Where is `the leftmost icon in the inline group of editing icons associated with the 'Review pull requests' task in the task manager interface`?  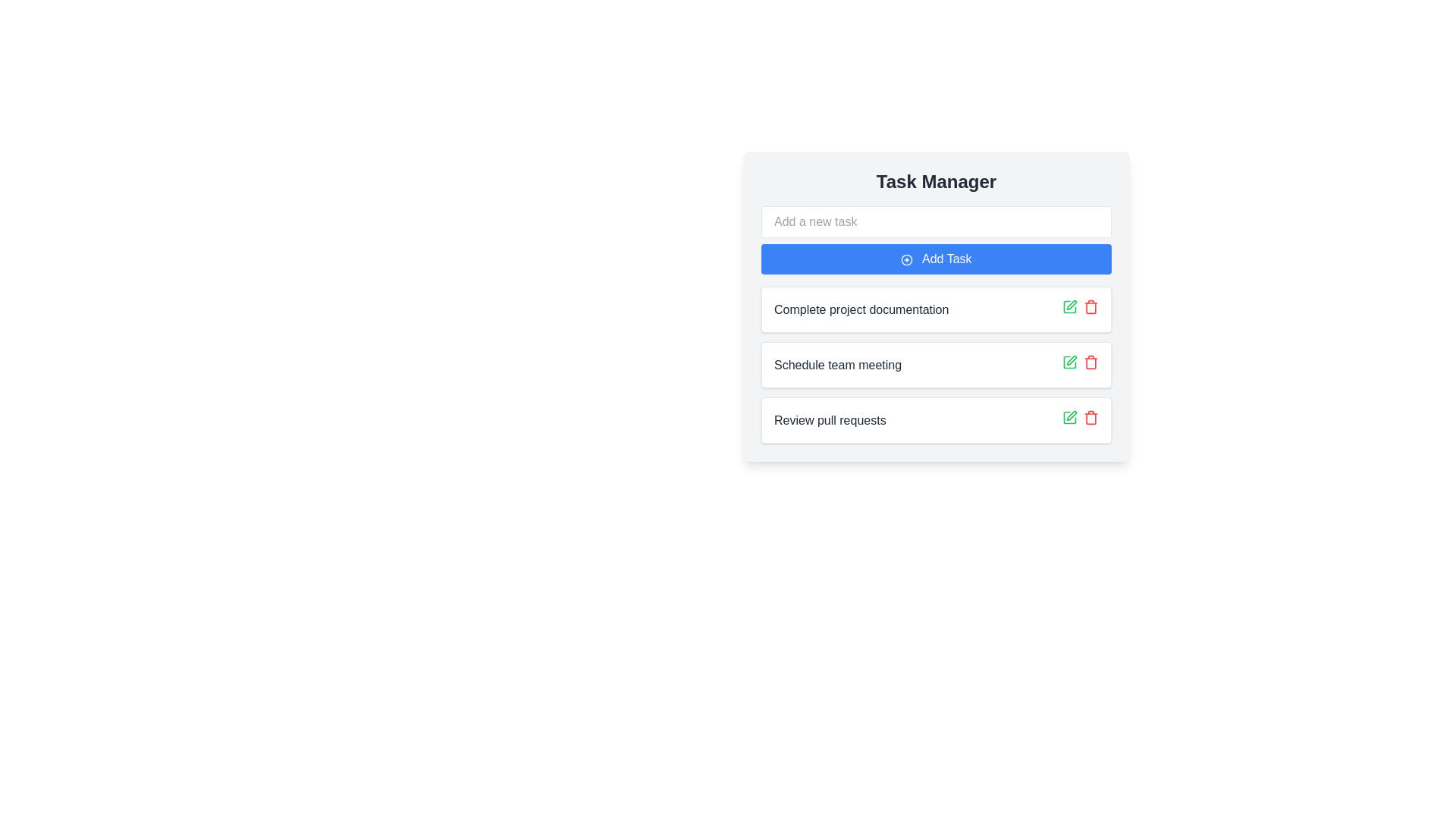
the leftmost icon in the inline group of editing icons associated with the 'Review pull requests' task in the task manager interface is located at coordinates (1069, 418).